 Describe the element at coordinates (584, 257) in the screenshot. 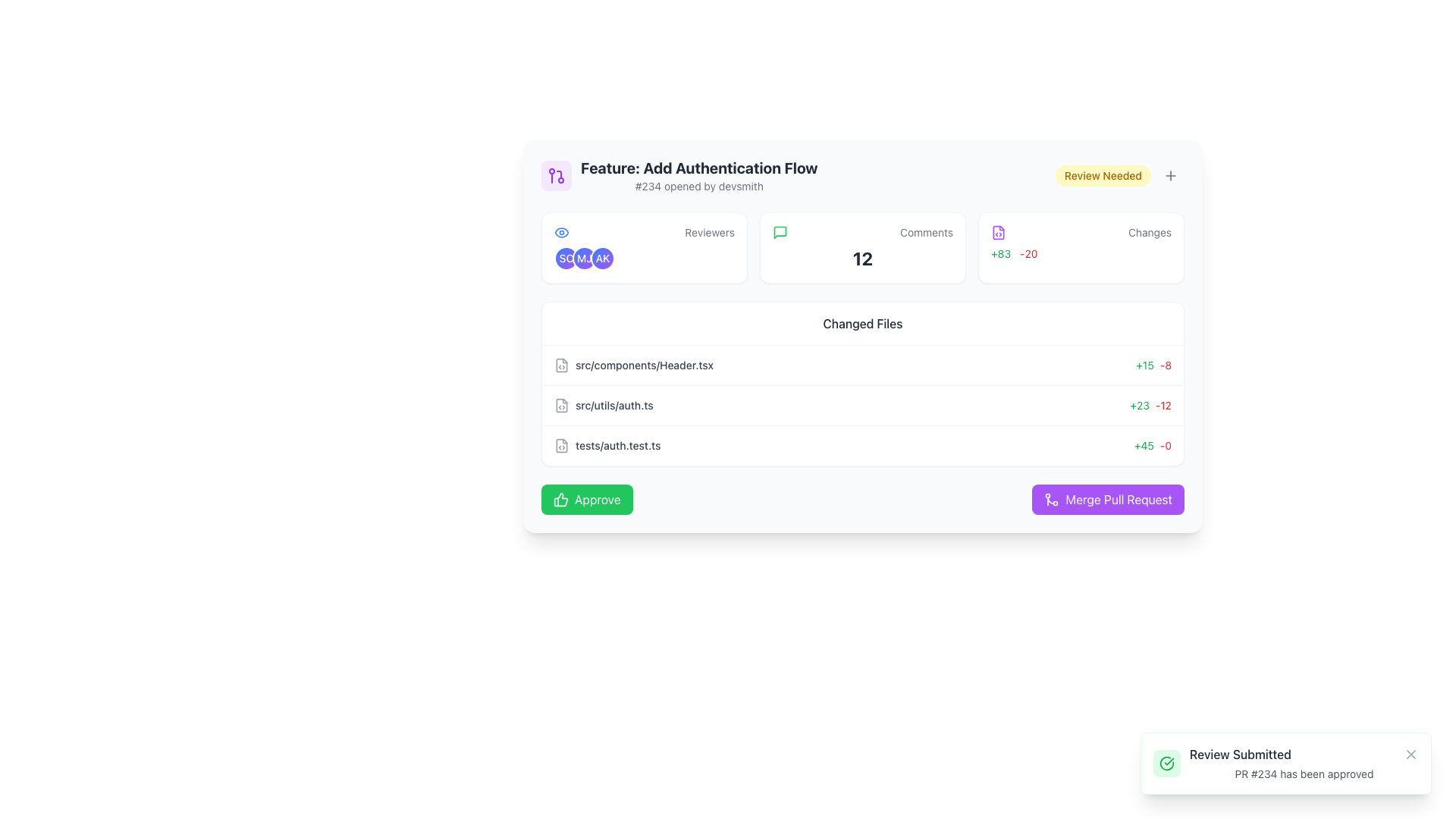

I see `the second avatar badge, positioned between the badges labeled 'SC' and 'AK'` at that location.